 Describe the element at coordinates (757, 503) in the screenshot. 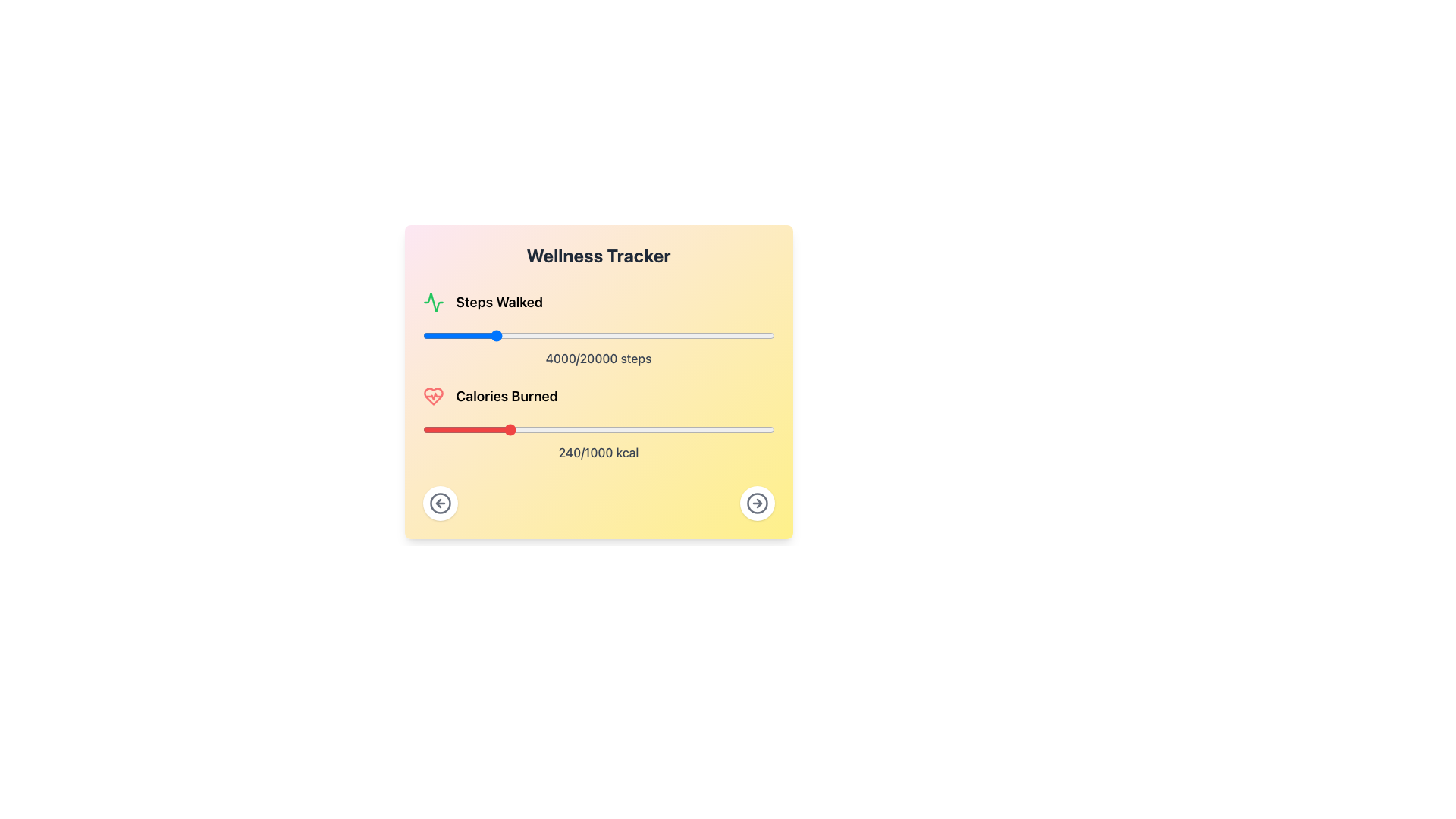

I see `the navigation button located at the bottom-right corner of the Wellness Tracker interface, which features a right-pointing arrow icon` at that location.